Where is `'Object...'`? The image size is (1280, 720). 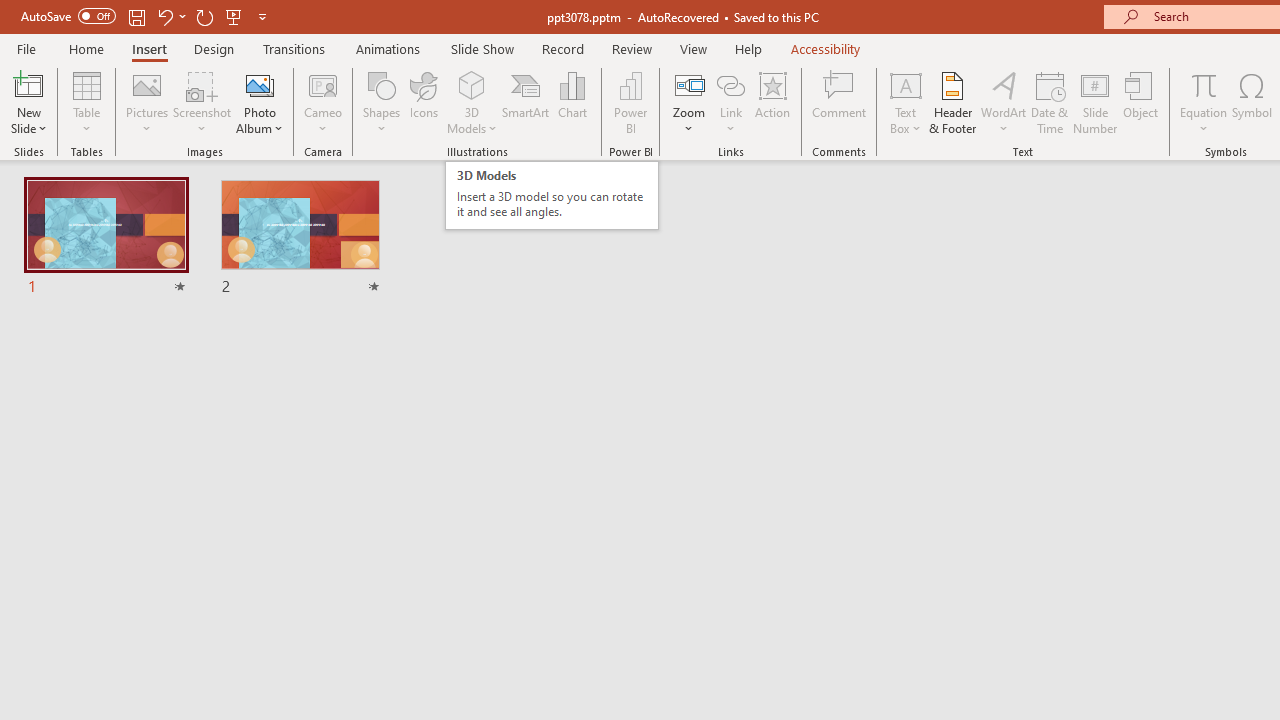 'Object...' is located at coordinates (1141, 103).